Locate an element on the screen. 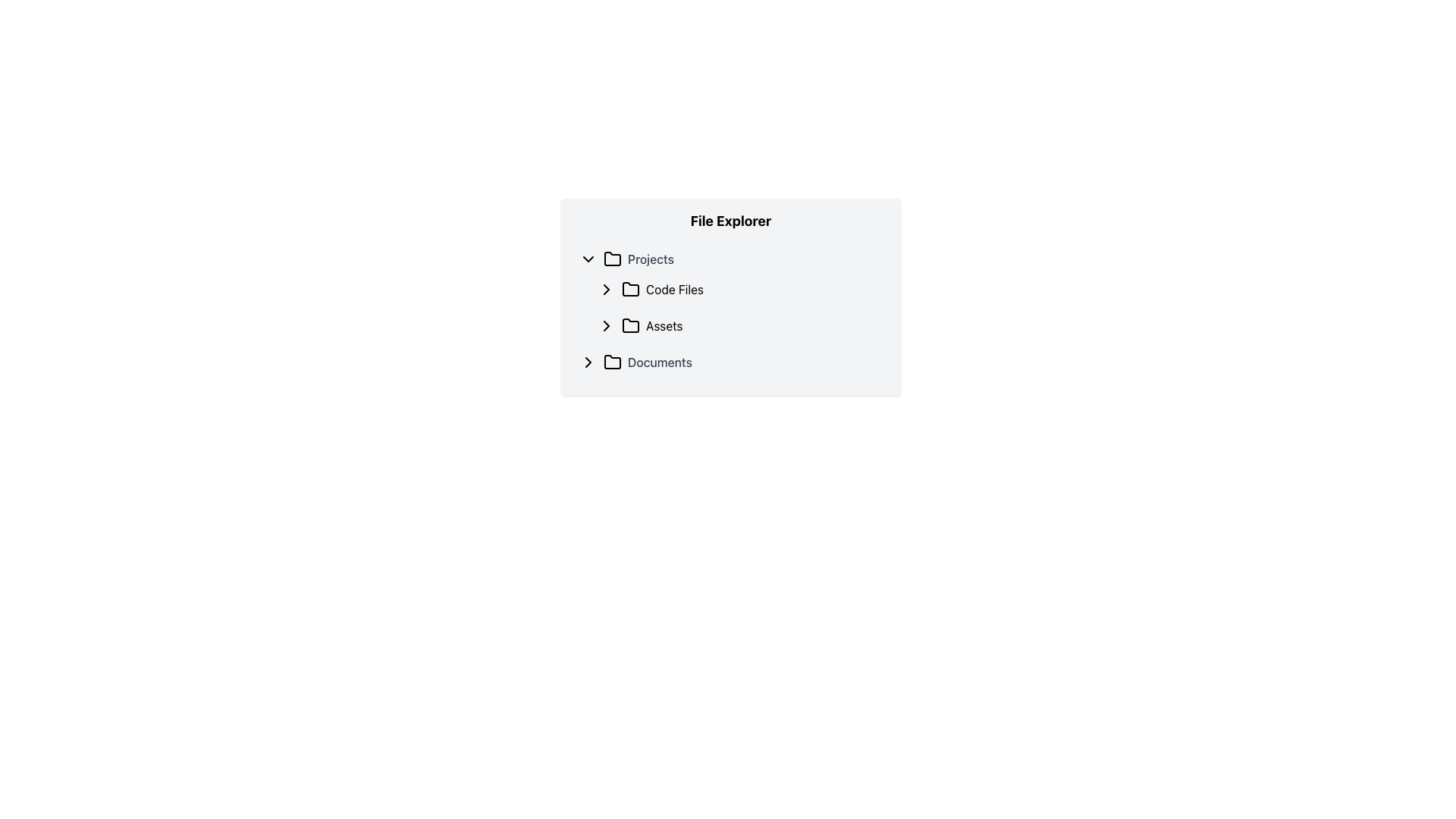  the 'Documents' folder icon is located at coordinates (612, 362).